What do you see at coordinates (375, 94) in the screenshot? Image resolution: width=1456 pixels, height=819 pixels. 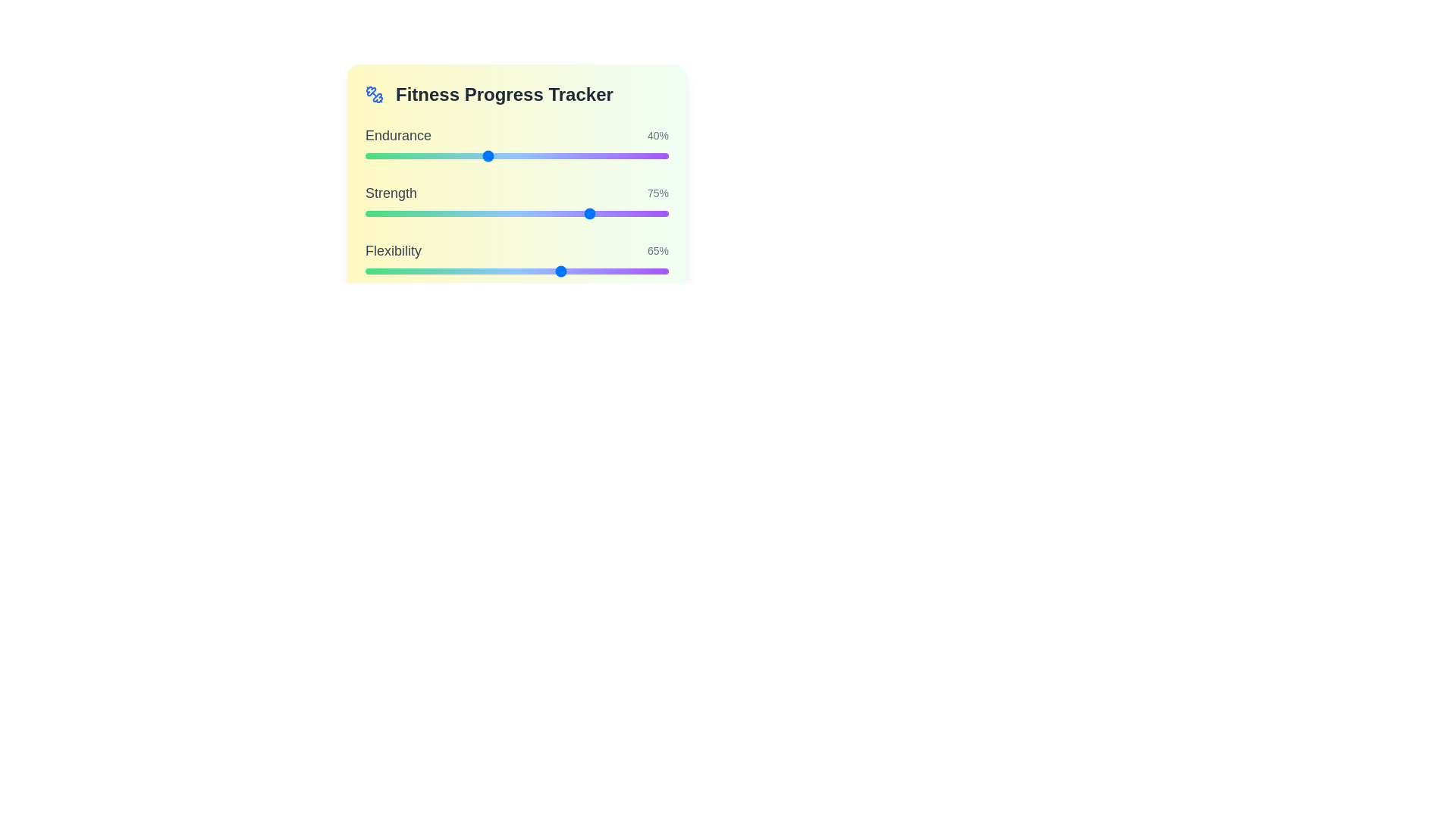 I see `the blue dumbbell icon located in the header section, next to the 'Fitness Progress Tracker' text` at bounding box center [375, 94].